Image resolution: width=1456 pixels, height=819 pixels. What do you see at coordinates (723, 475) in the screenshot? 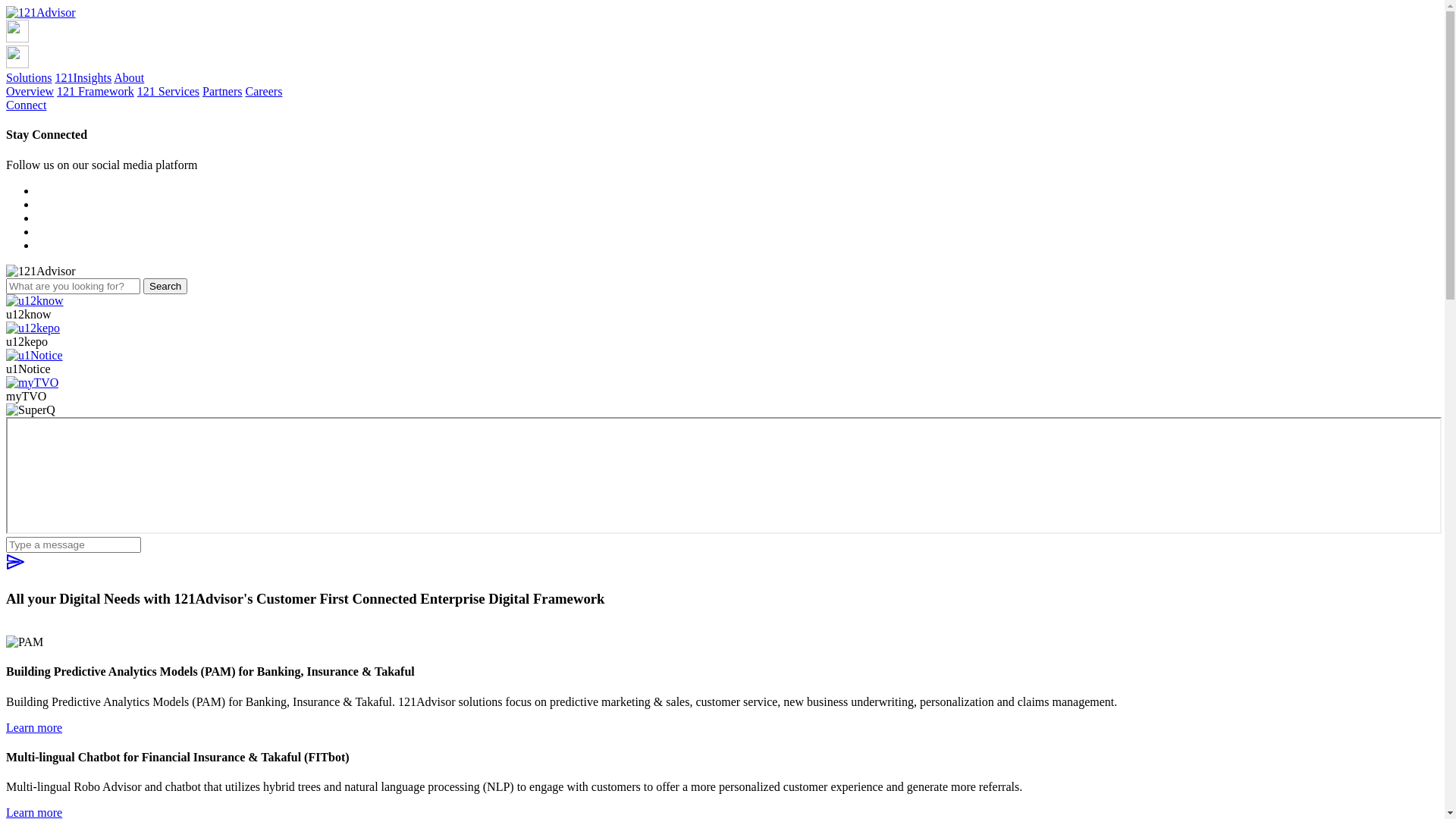
I see `'SuperQ'` at bounding box center [723, 475].